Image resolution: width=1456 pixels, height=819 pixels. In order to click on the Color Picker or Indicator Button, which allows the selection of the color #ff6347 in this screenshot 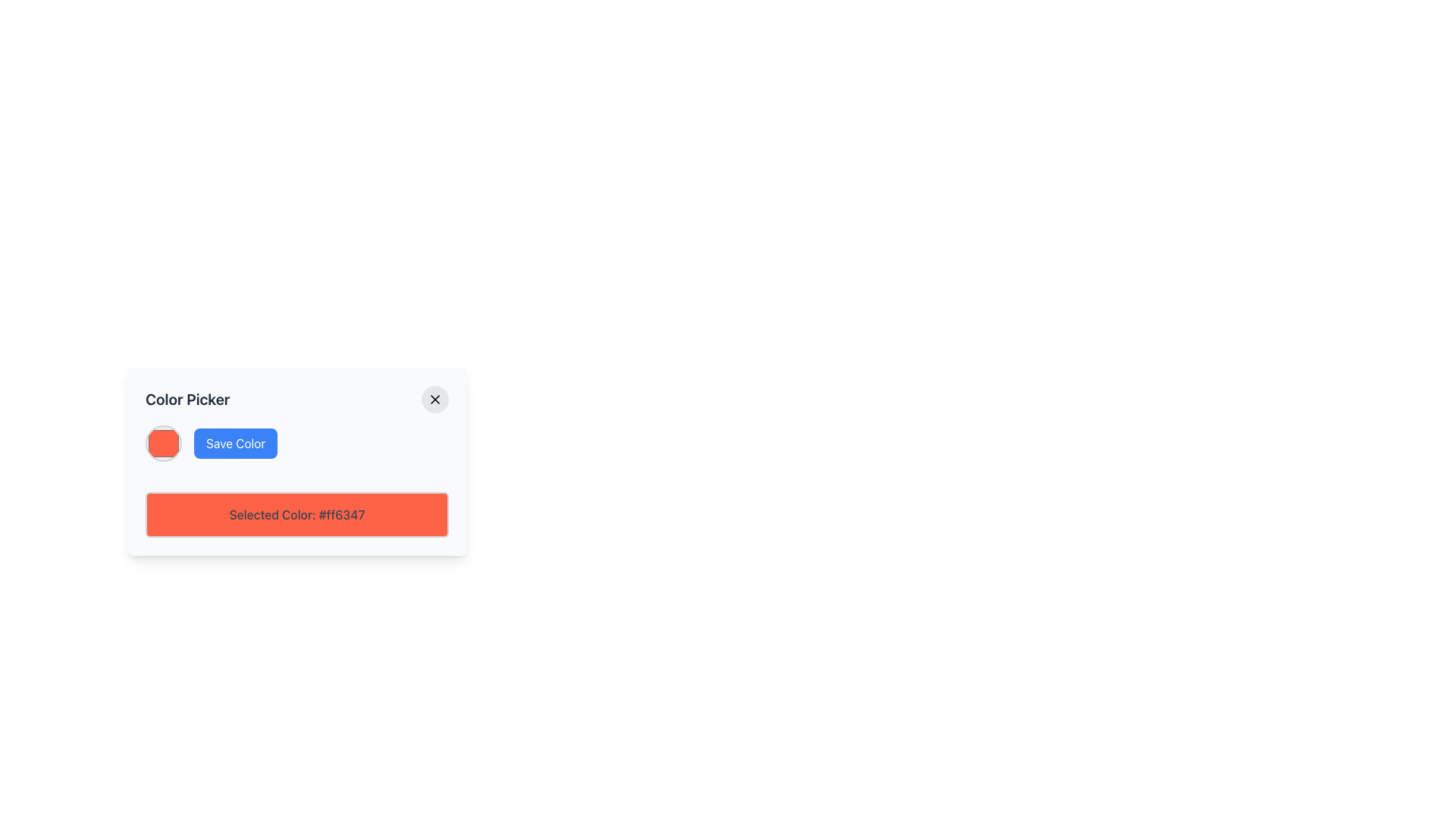, I will do `click(164, 444)`.